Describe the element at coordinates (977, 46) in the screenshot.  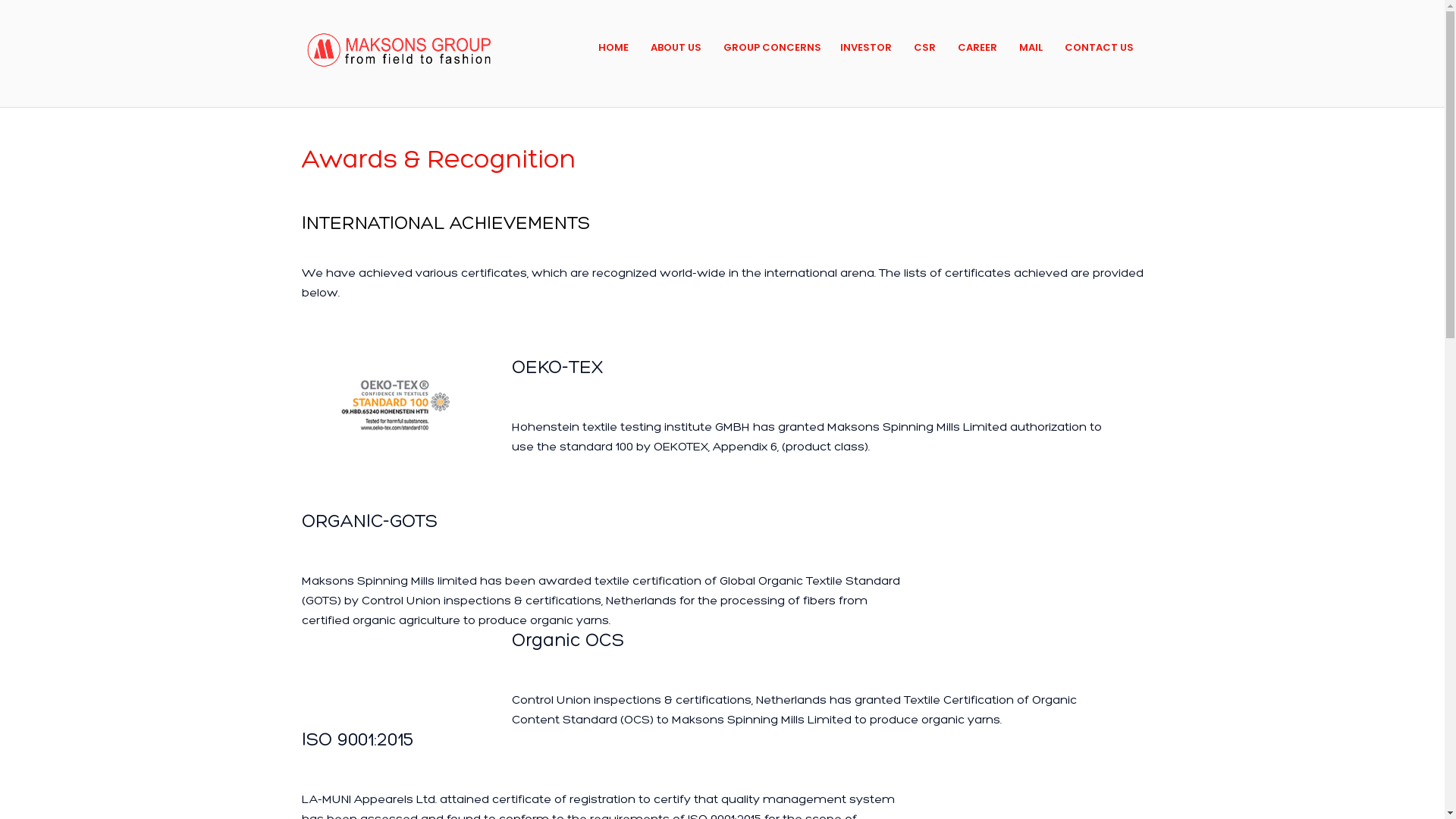
I see `'CAREER'` at that location.